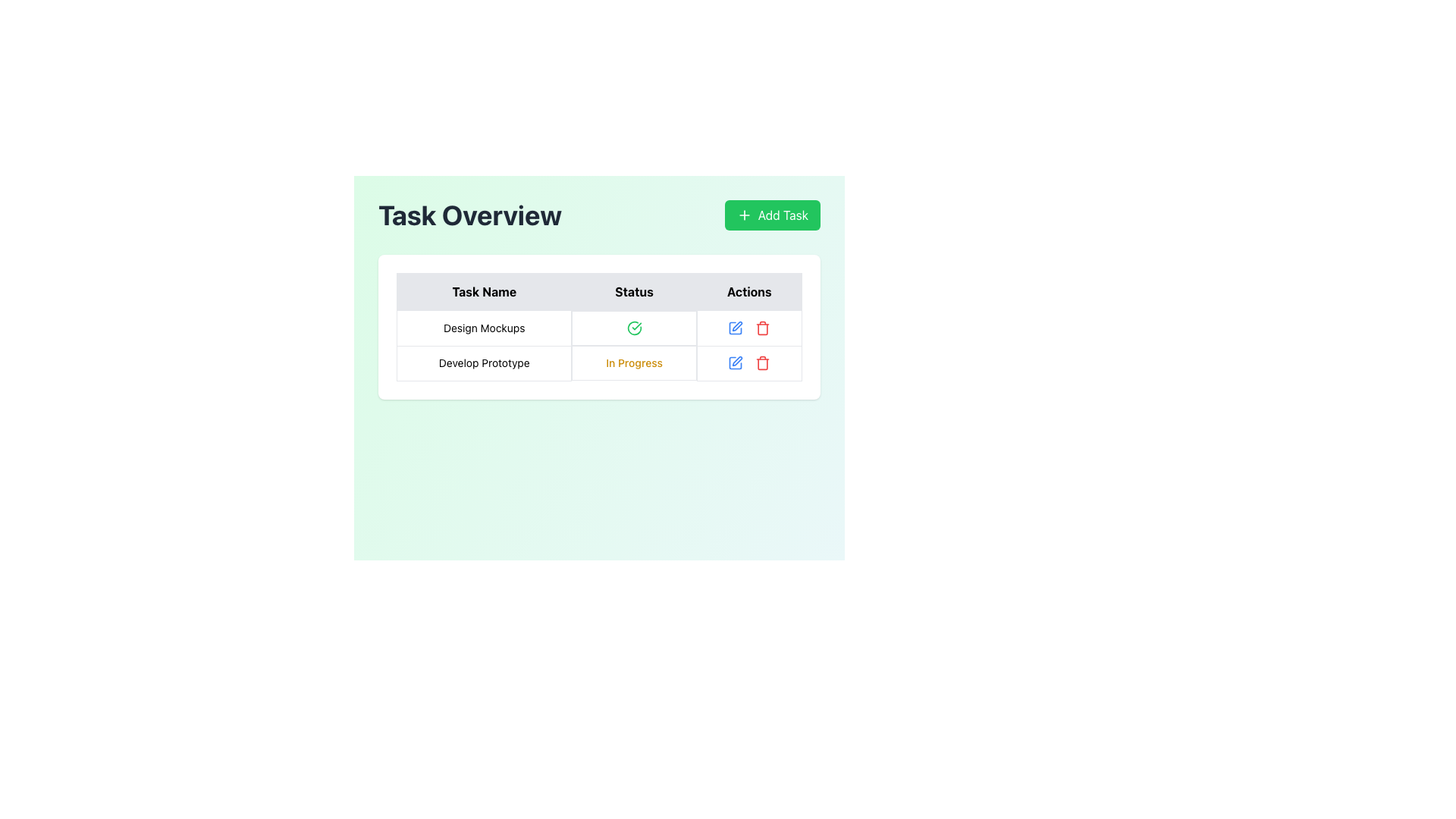  I want to click on the editing icon represented by a square outline with an open segment on the top-right corner in the top-right action column of the task row beneath 'Actions.', so click(736, 327).